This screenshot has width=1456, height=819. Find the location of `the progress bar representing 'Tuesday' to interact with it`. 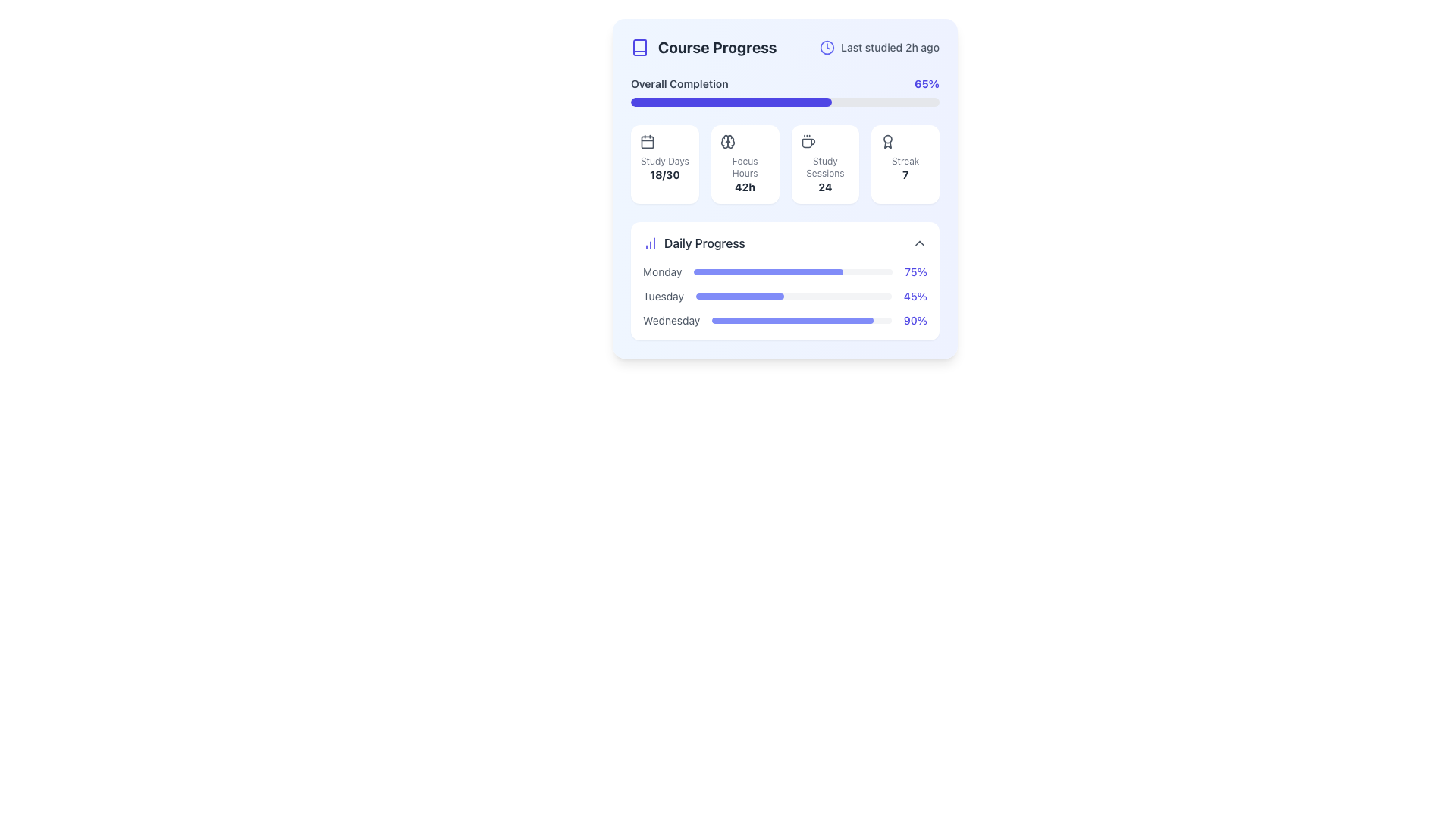

the progress bar representing 'Tuesday' to interact with it is located at coordinates (792, 296).